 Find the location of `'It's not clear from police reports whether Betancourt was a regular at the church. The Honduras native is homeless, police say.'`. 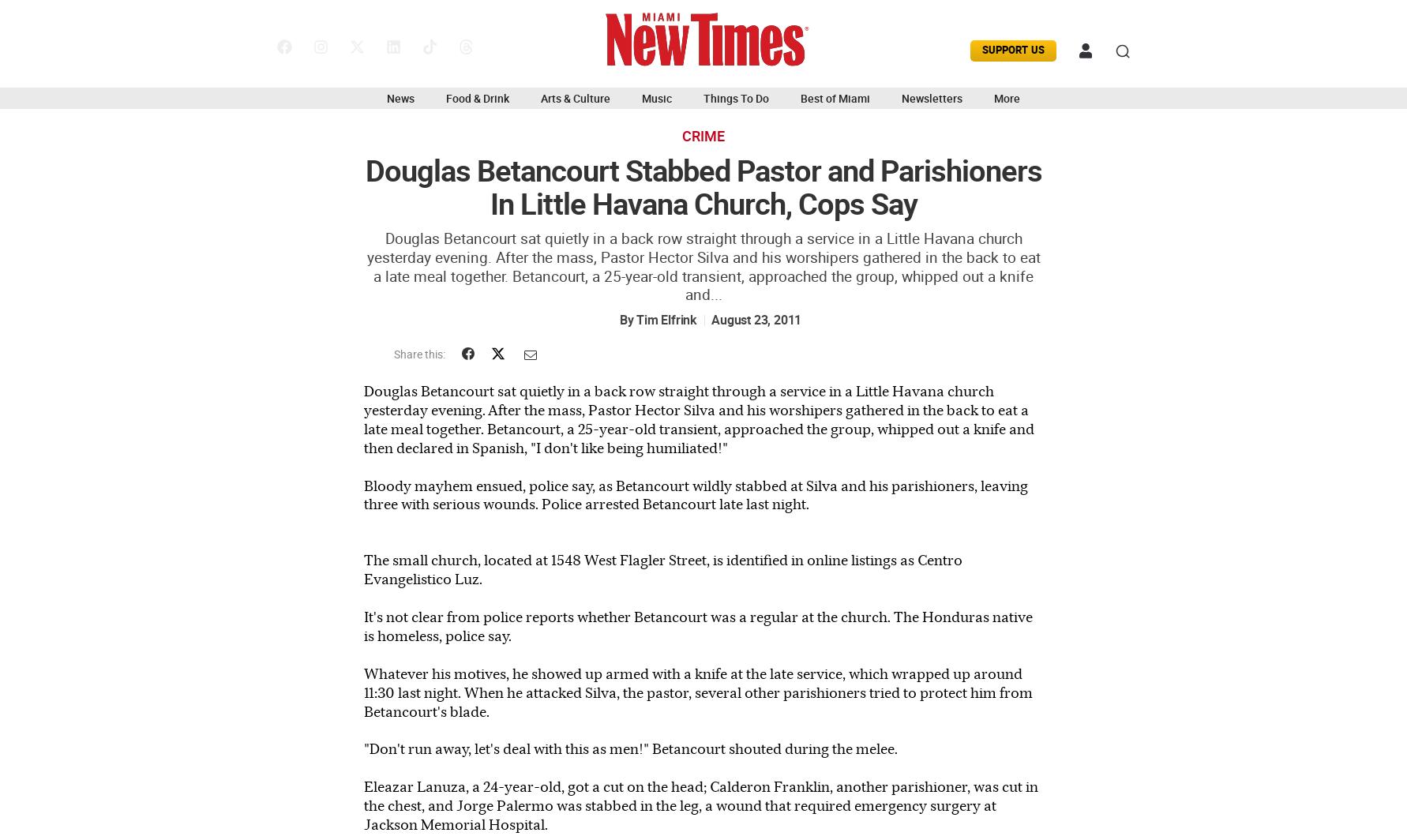

'It's not clear from police reports whether Betancourt was a regular at the church. The Honduras native is homeless, police say.' is located at coordinates (697, 625).